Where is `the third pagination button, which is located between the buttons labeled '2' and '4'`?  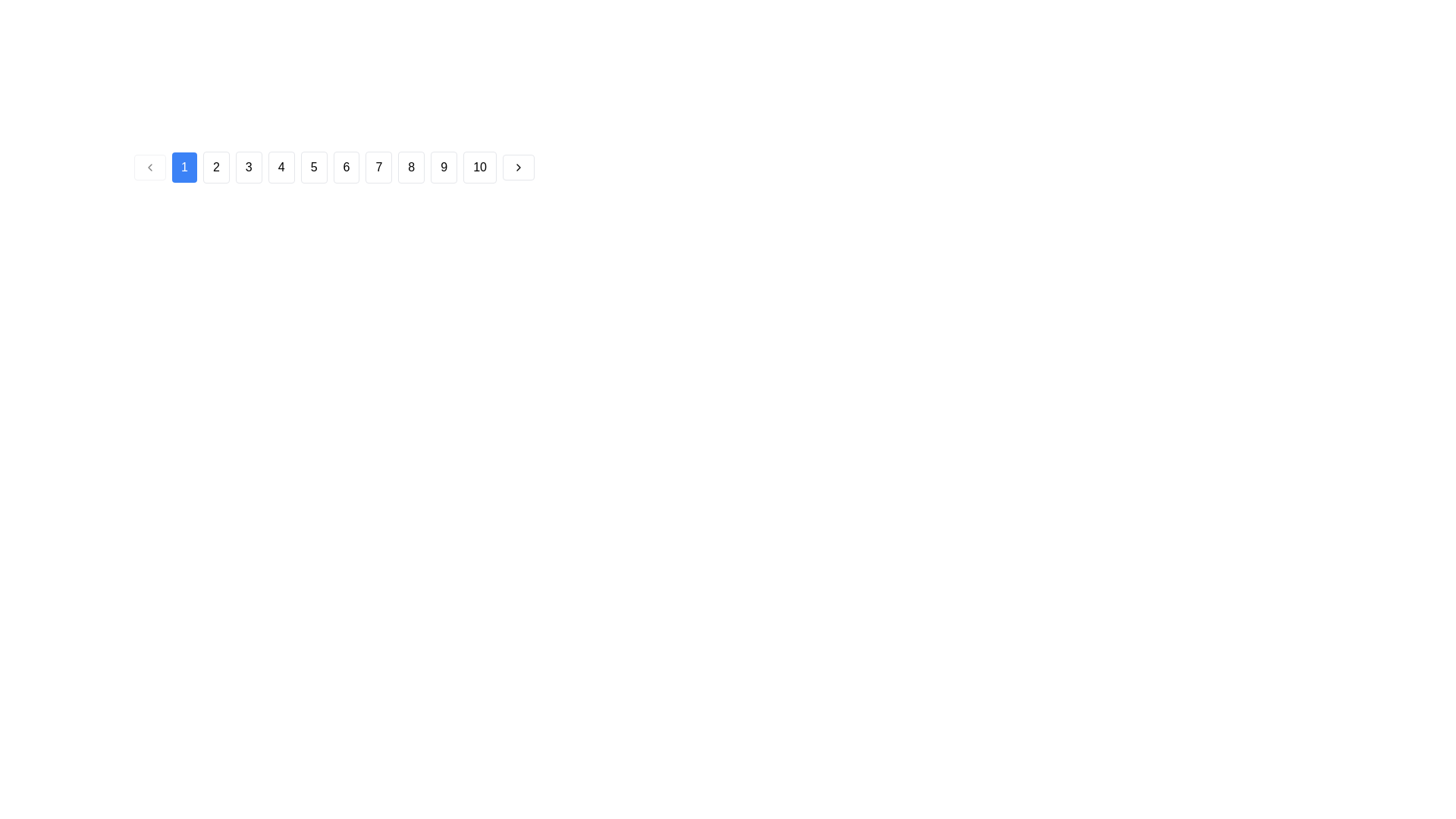
the third pagination button, which is located between the buttons labeled '2' and '4' is located at coordinates (249, 167).